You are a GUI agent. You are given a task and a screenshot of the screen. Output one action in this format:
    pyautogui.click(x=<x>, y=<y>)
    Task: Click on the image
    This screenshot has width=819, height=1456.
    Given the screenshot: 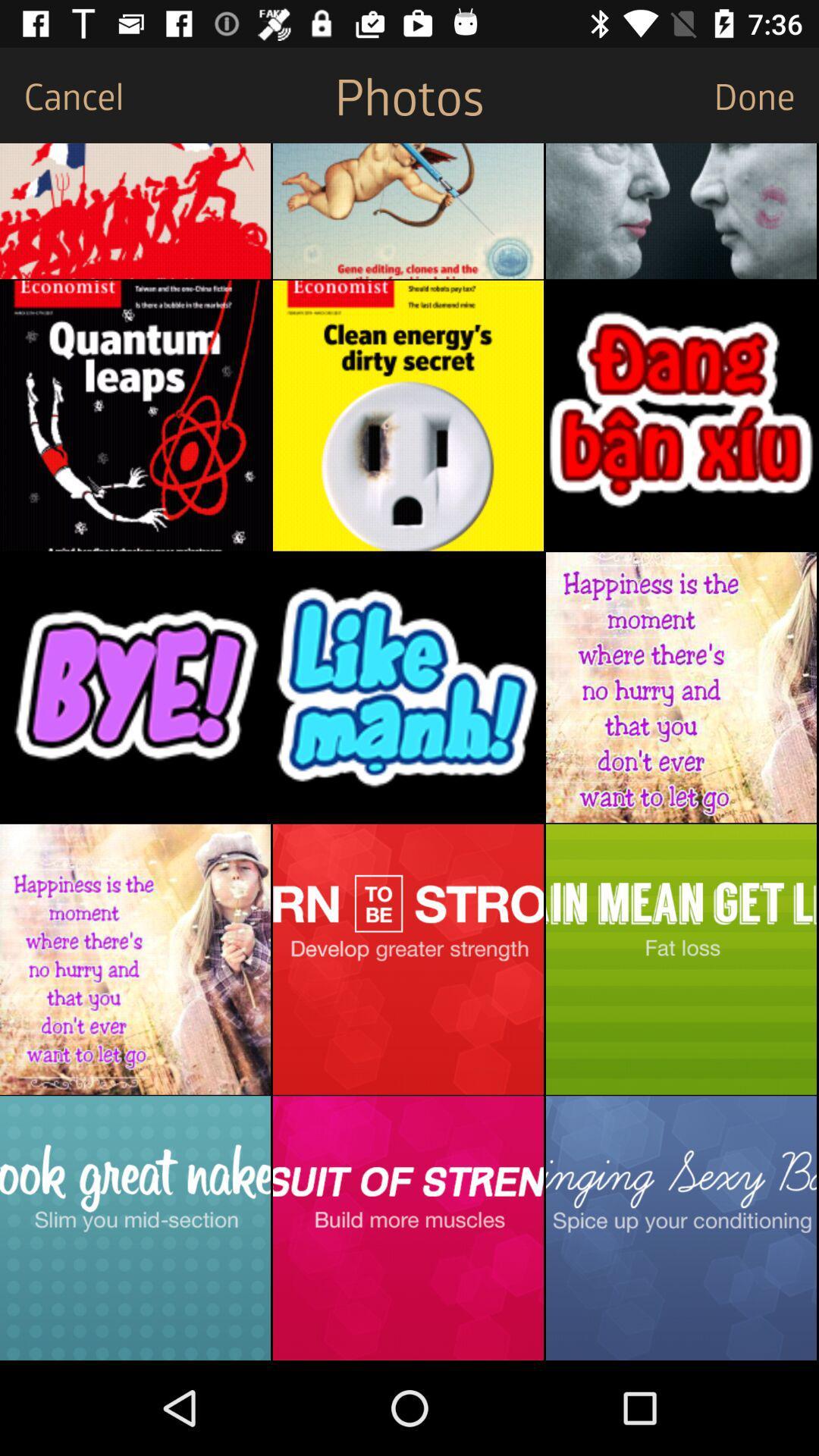 What is the action you would take?
    pyautogui.click(x=407, y=1228)
    